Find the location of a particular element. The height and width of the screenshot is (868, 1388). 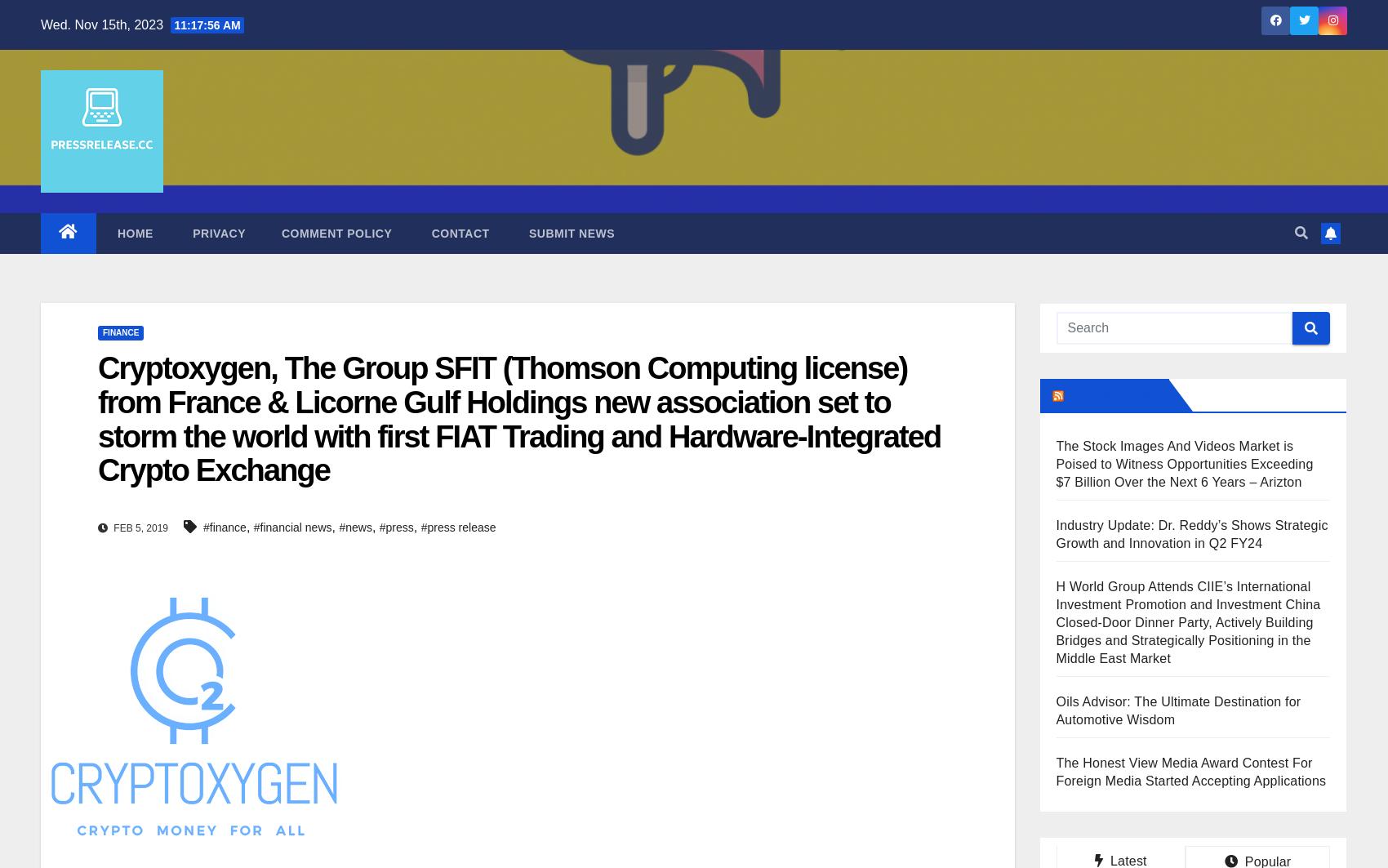

'The Honest View Media Award Contest For Foreign Media Started Accepting Applications' is located at coordinates (1190, 771).